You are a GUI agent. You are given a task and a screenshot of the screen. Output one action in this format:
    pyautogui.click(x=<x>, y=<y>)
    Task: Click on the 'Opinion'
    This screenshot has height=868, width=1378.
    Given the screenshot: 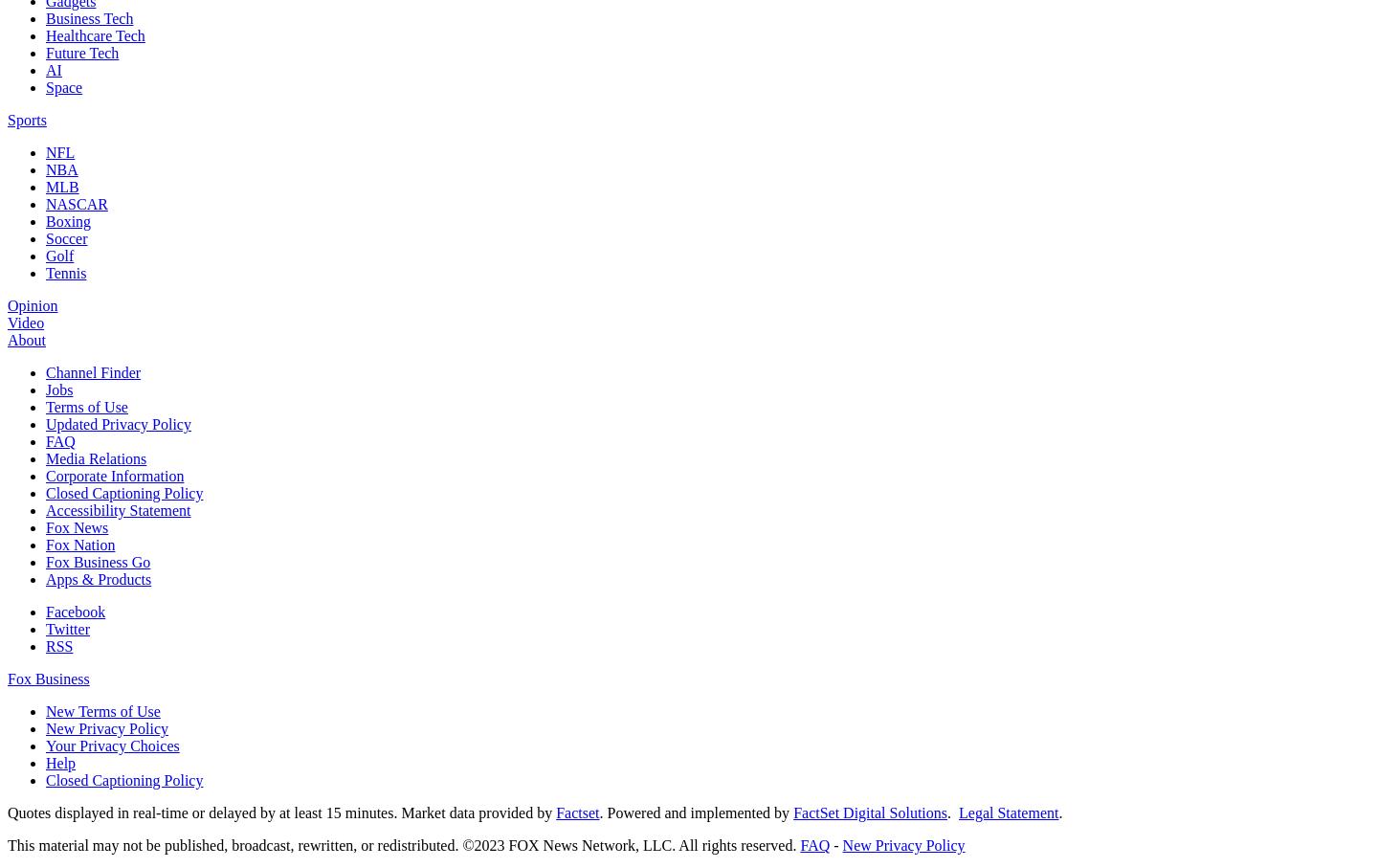 What is the action you would take?
    pyautogui.click(x=31, y=304)
    